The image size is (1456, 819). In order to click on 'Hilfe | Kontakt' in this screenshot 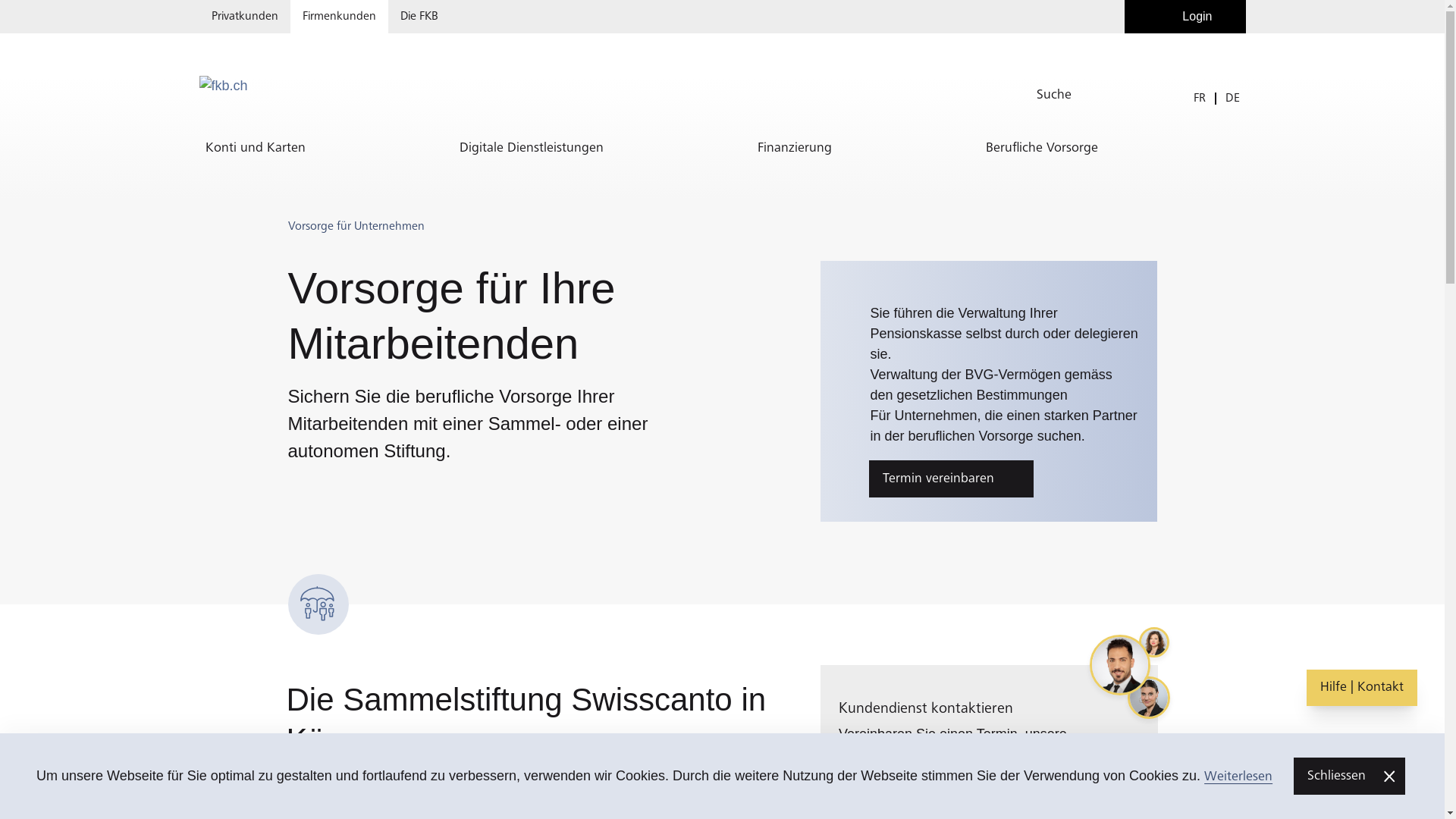, I will do `click(1361, 688)`.